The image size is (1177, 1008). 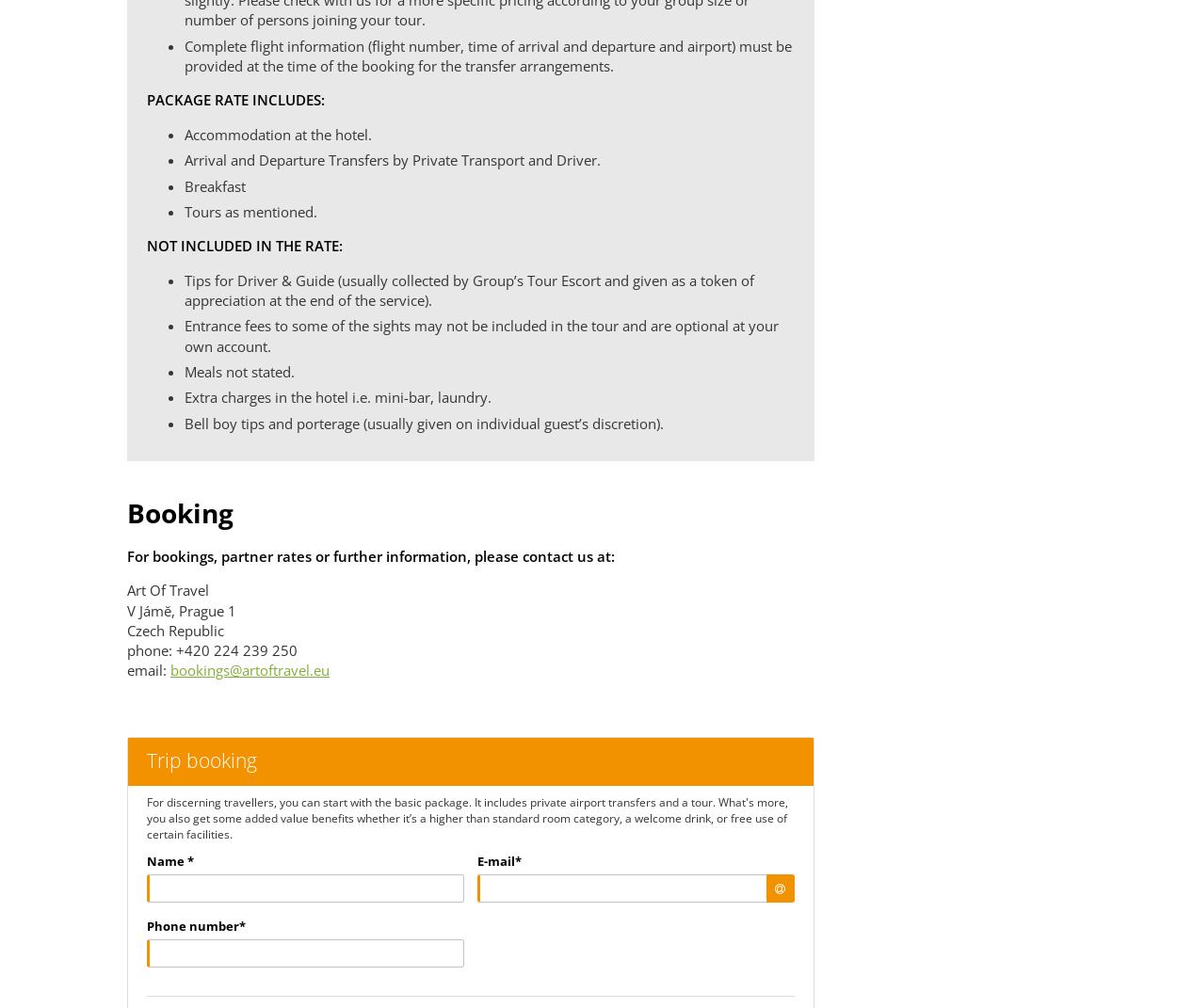 I want to click on 'Phone number*', so click(x=147, y=925).